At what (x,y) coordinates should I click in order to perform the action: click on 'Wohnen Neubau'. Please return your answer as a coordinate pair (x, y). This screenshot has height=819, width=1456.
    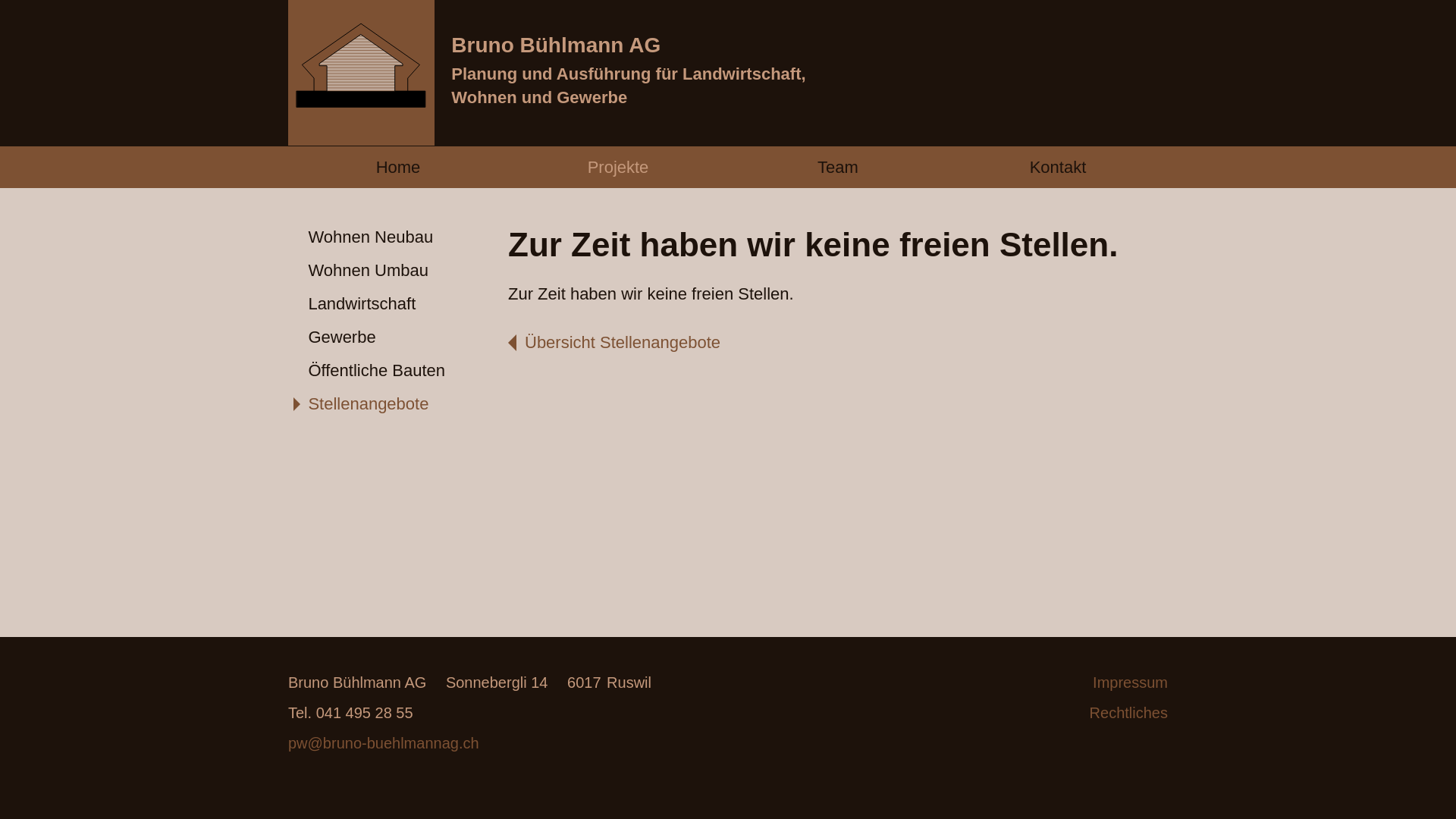
    Looking at the image, I should click on (397, 237).